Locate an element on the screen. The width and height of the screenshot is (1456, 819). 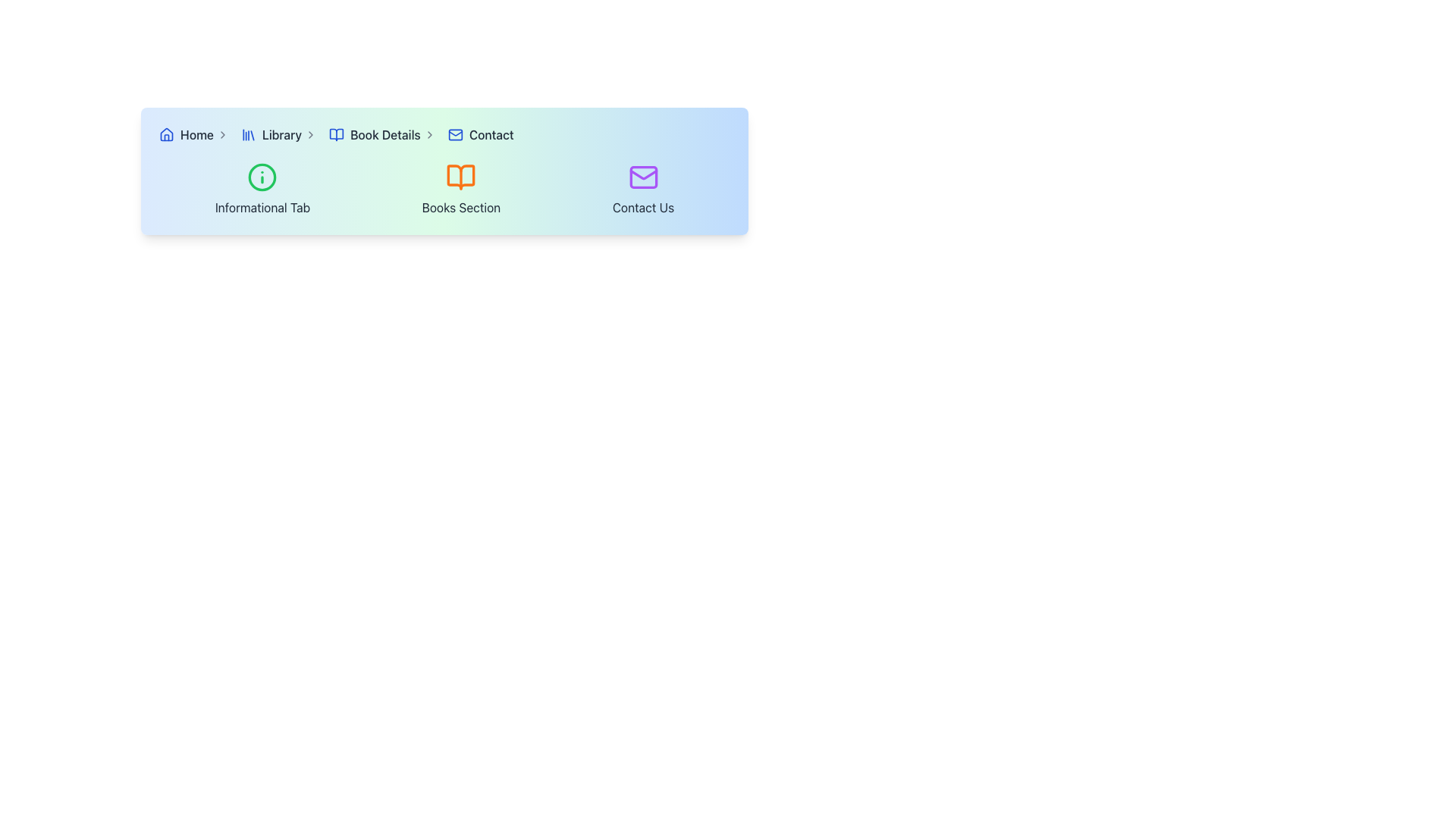
the 'Books Section' navigation option, which includes an icon and a text label is located at coordinates (460, 189).